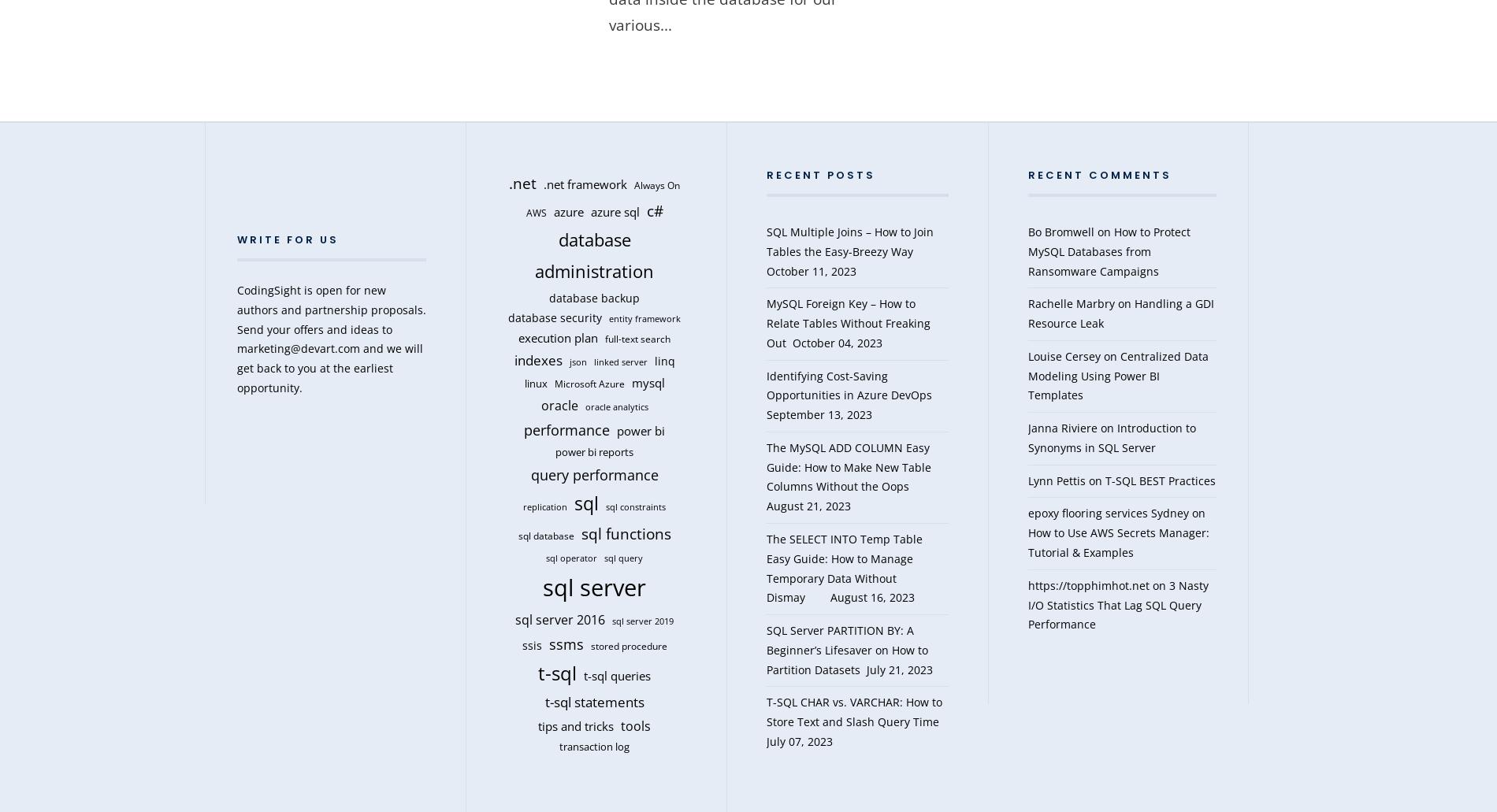  What do you see at coordinates (593, 746) in the screenshot?
I see `'transaction log'` at bounding box center [593, 746].